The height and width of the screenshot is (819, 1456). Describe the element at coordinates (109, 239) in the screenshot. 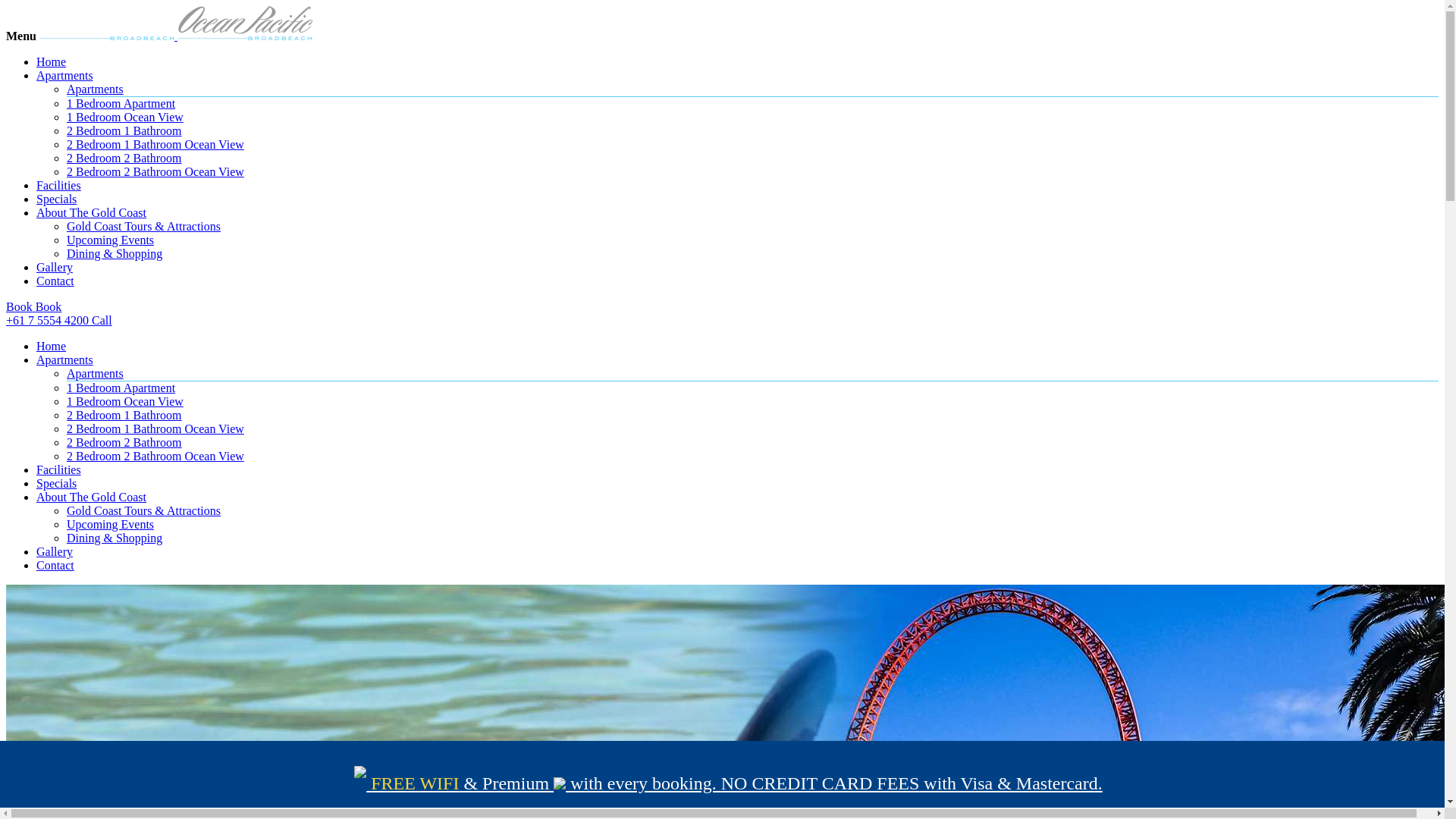

I see `'Upcoming Events'` at that location.